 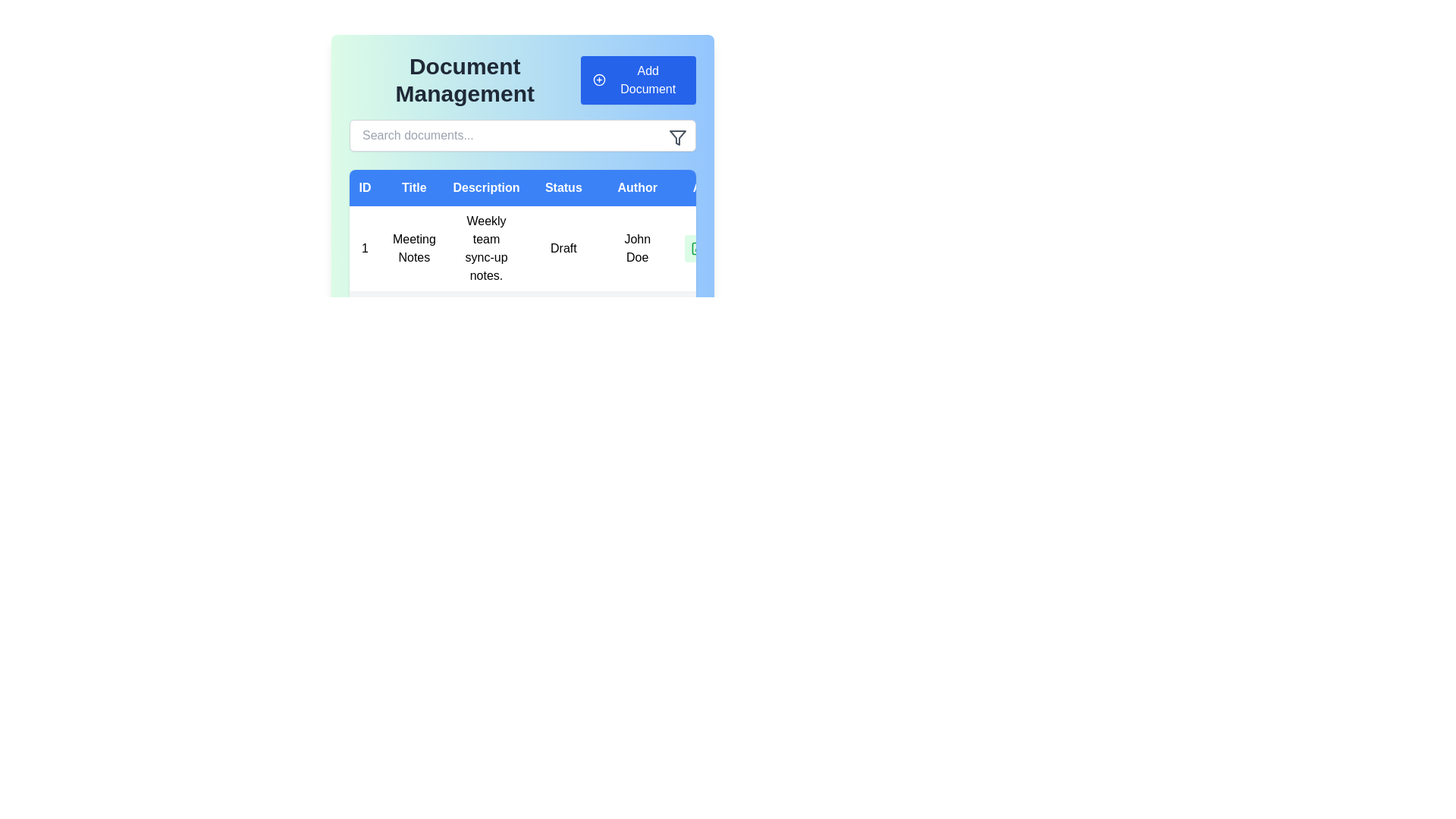 What do you see at coordinates (552, 247) in the screenshot?
I see `the static text 'Draft' located in the first row of the table under the 'Status' column` at bounding box center [552, 247].